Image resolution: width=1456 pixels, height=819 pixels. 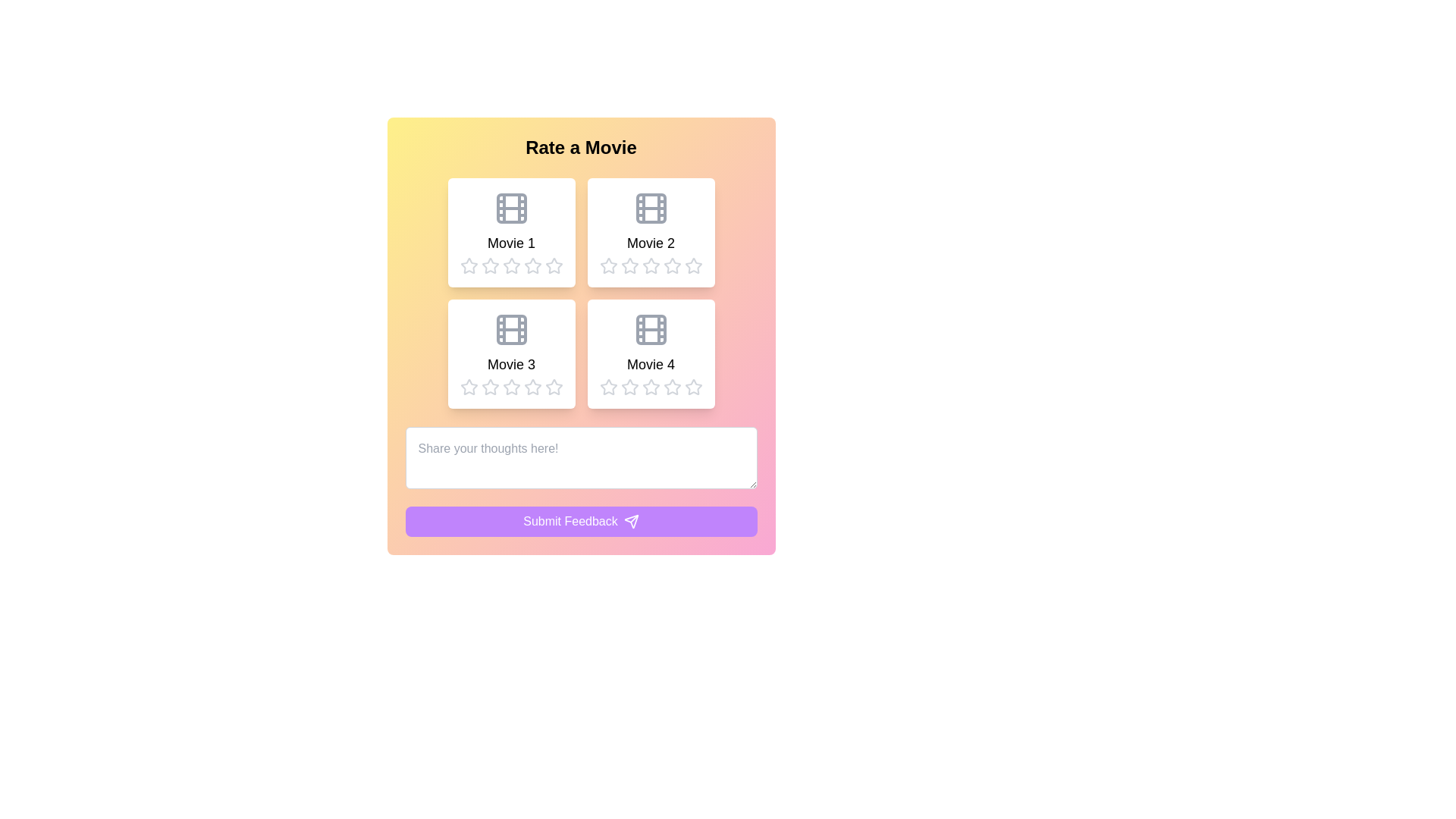 I want to click on the first rating star below the 'Movie 1' label in the upper-left card of the grid layout to rate it, so click(x=490, y=265).